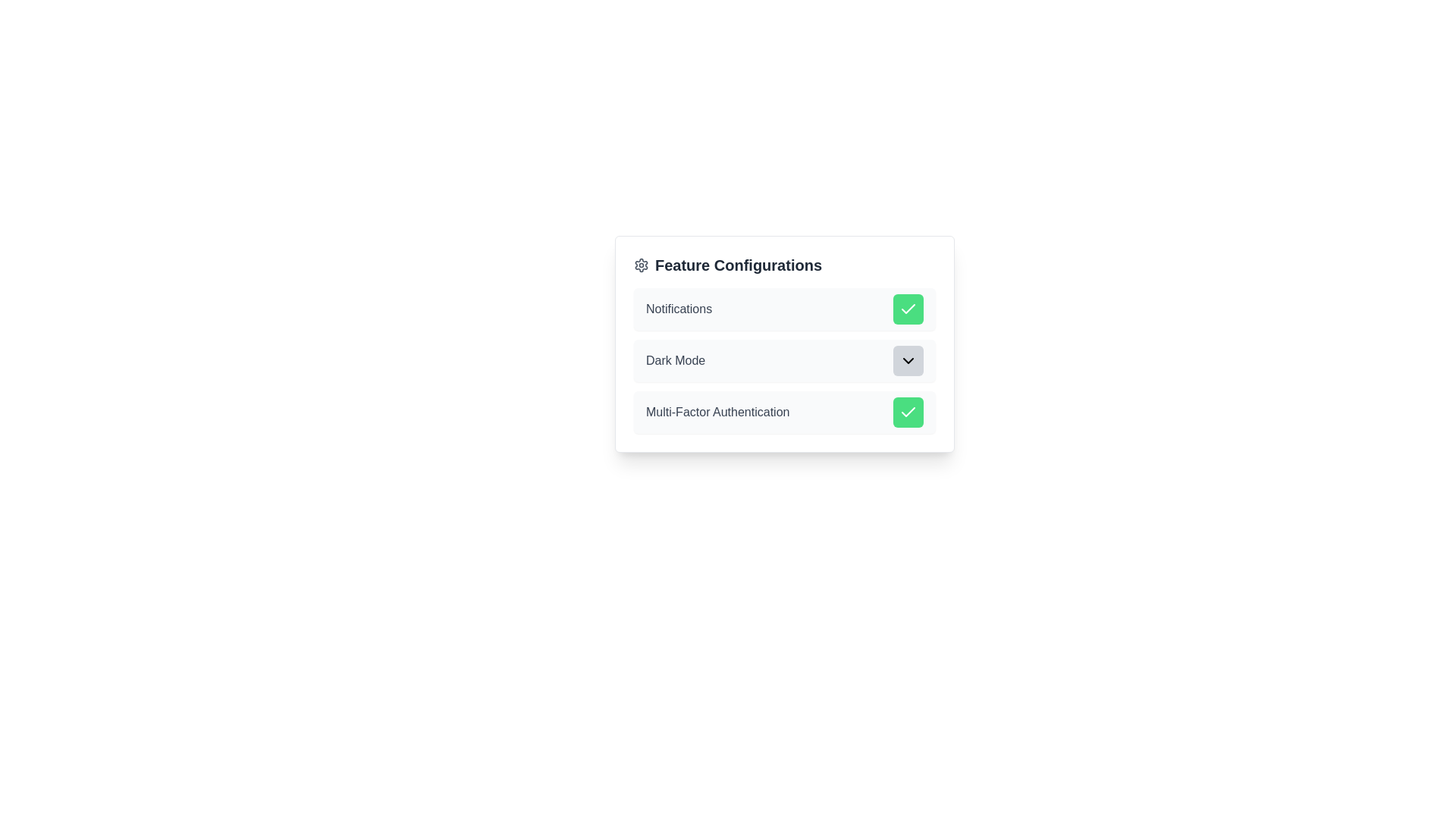 This screenshot has height=819, width=1456. I want to click on the checkmark icon, which is a white outlined checkmark within a green circular background, located on the right side of the 'Notifications' option in the 'Feature Configurations' section, so click(908, 309).